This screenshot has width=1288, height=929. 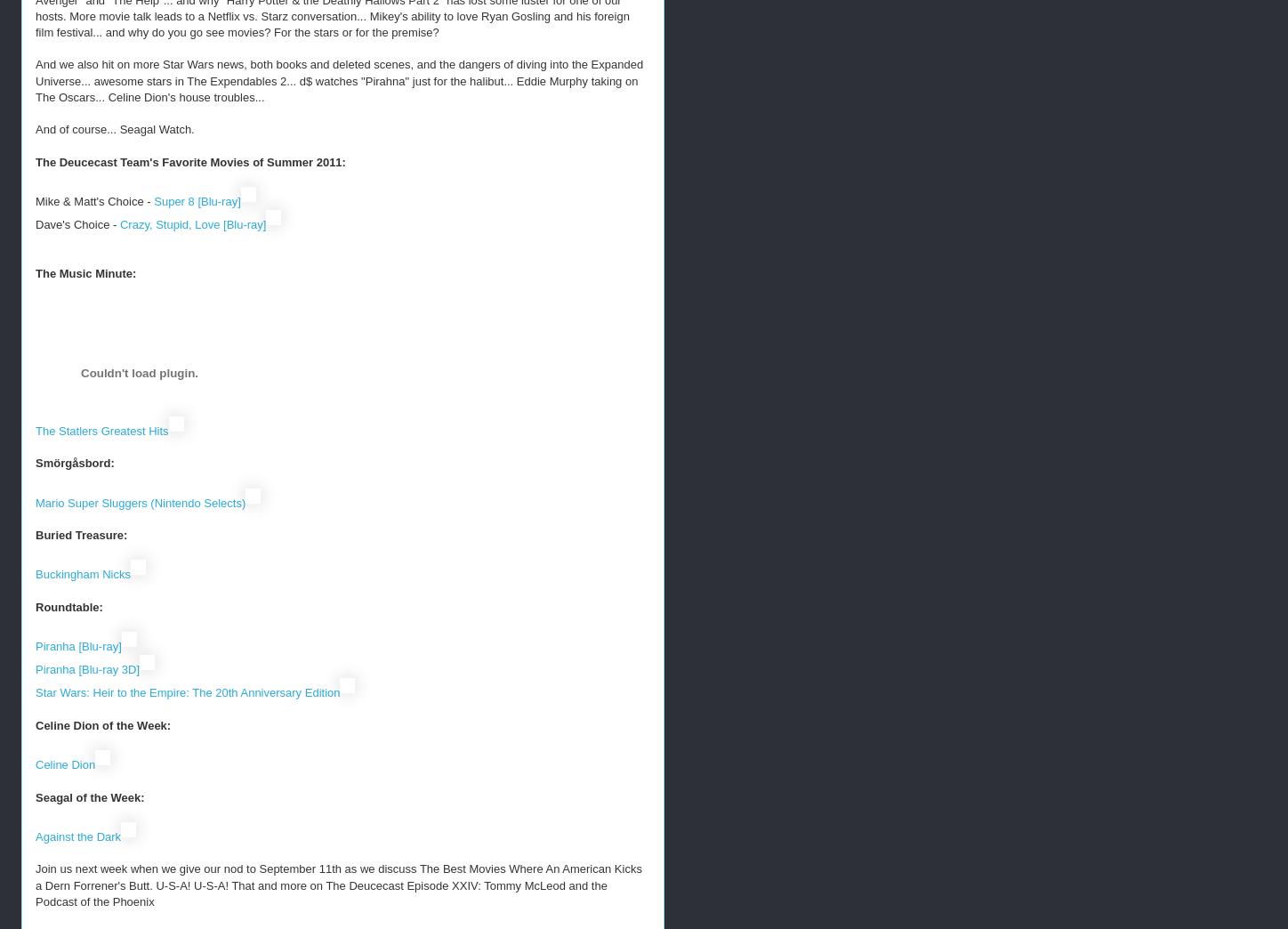 What do you see at coordinates (339, 80) in the screenshot?
I see `'And we also hit on more Star Wars news, both books and deleted scenes, and the dangers of diving into the Expanded Universe... awesome stars in The Expendables 2... d$ watches "Pirahna" just for the halibut... Eddie Murphy taking on The Oscars... Celine Dion's house troubles...'` at bounding box center [339, 80].